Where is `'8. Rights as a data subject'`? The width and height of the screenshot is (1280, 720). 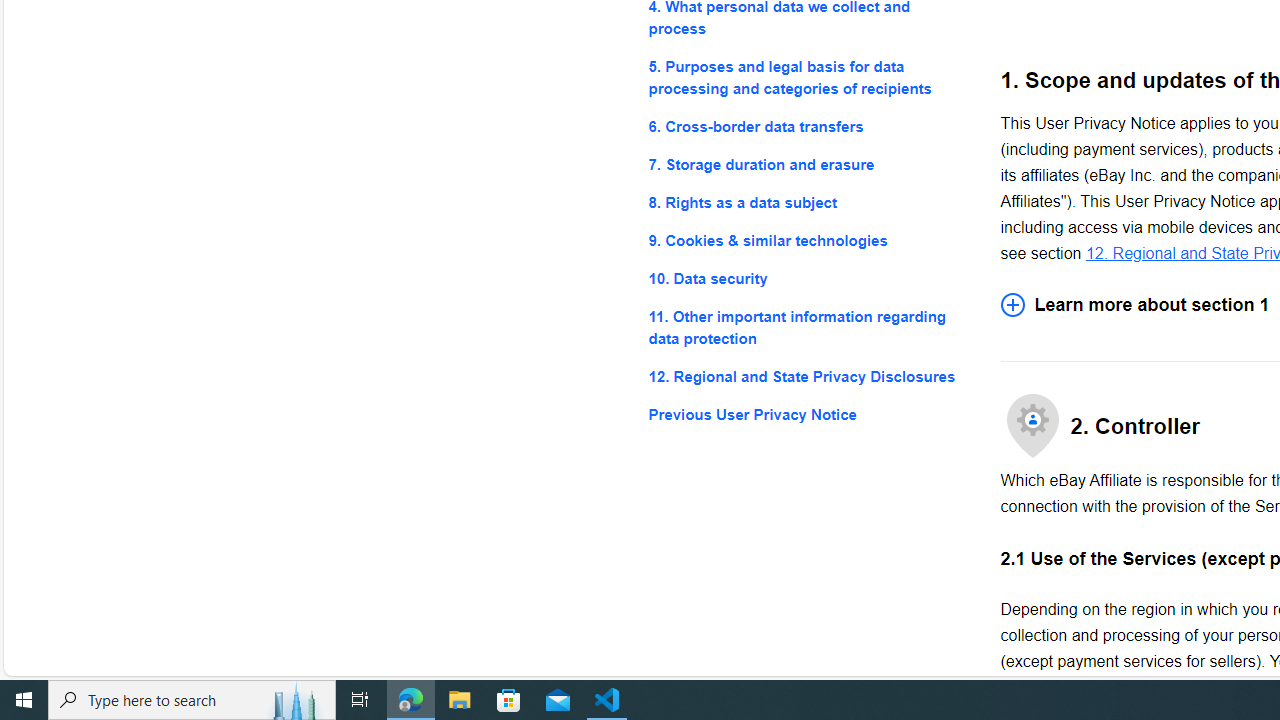
'8. Rights as a data subject' is located at coordinates (808, 203).